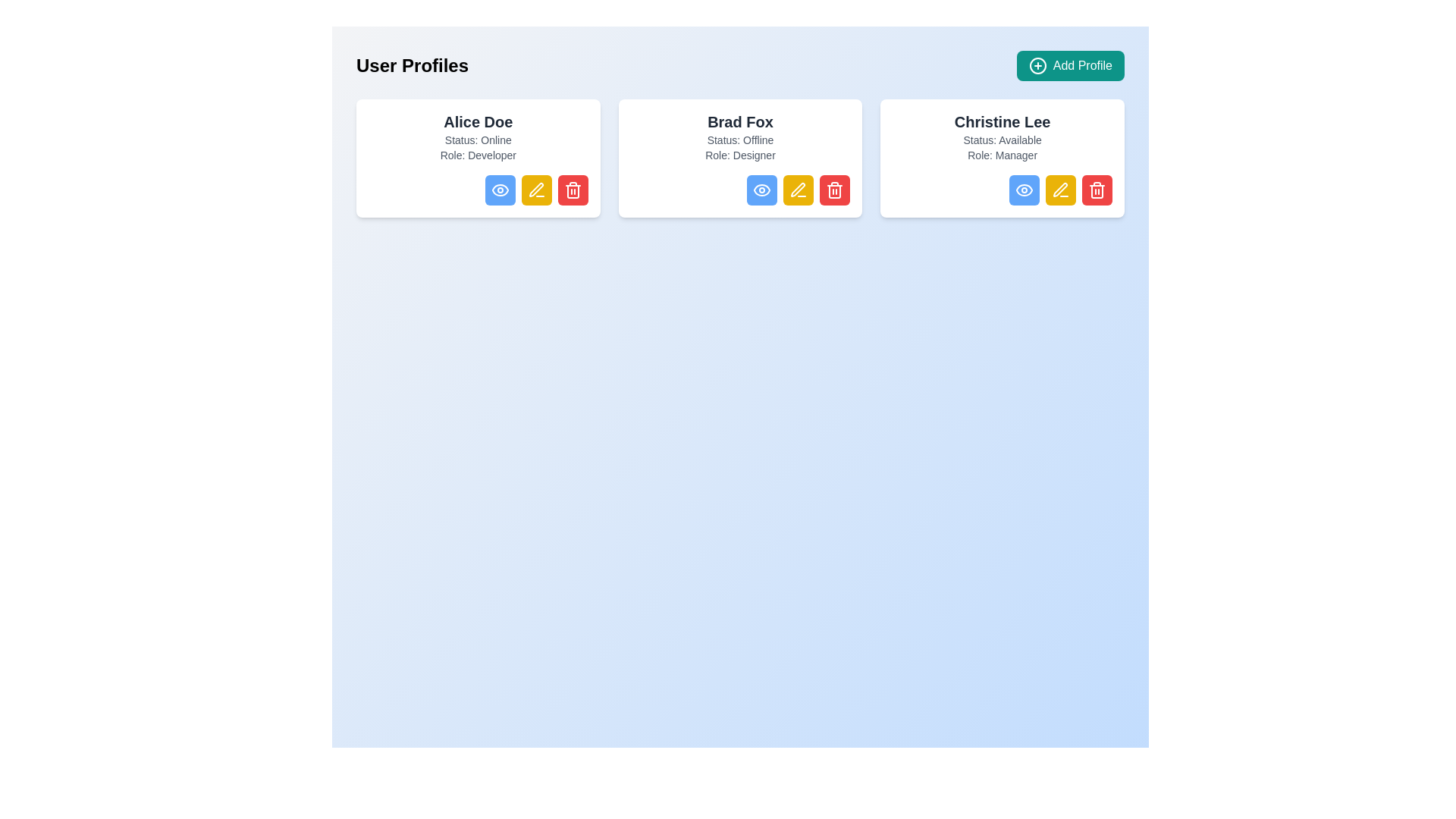 The width and height of the screenshot is (1456, 819). Describe the element at coordinates (1097, 191) in the screenshot. I see `the trash can icon button located within the card for 'Christine Lee'` at that location.